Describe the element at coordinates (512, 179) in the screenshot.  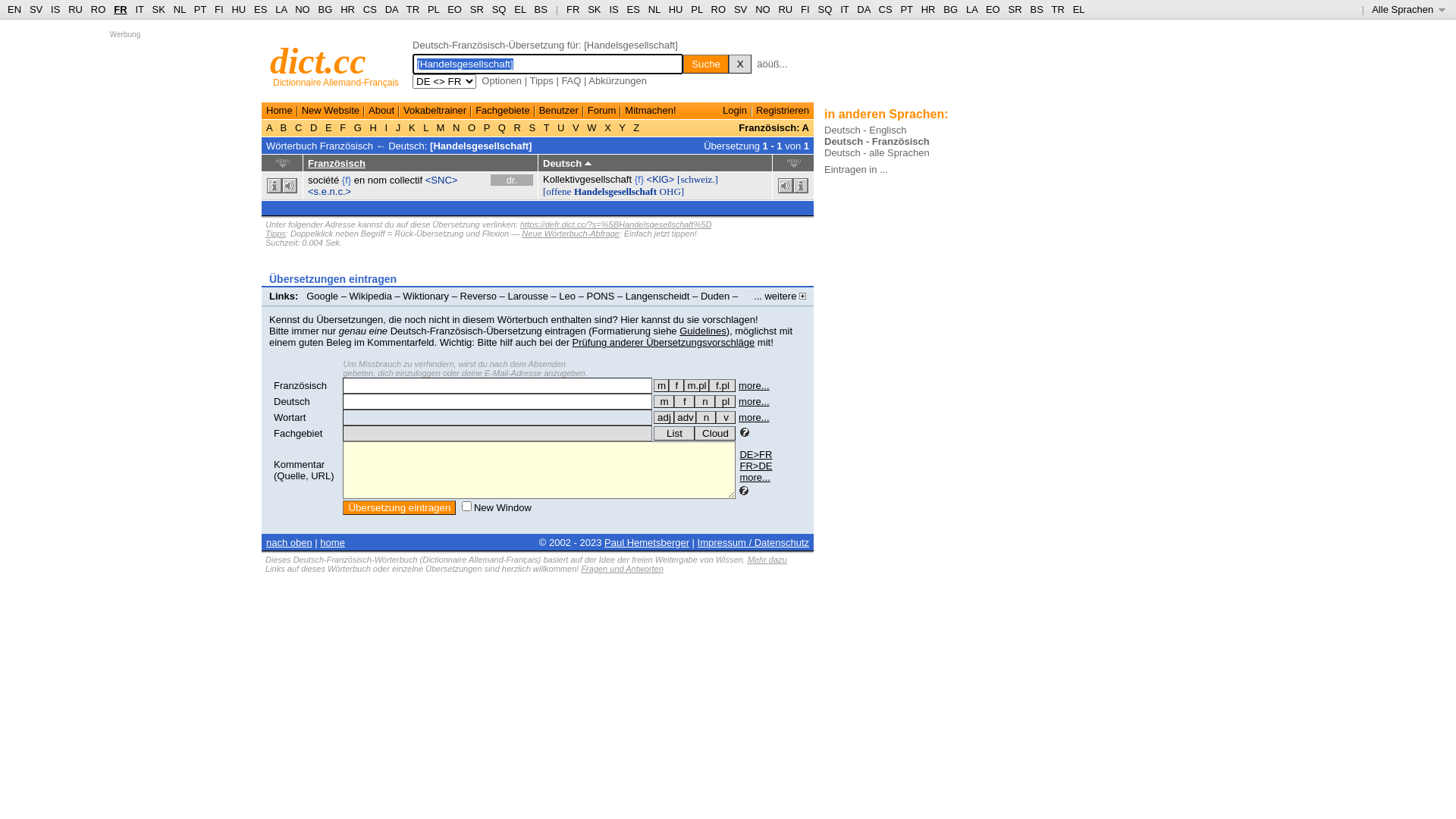
I see `'dr.'` at that location.